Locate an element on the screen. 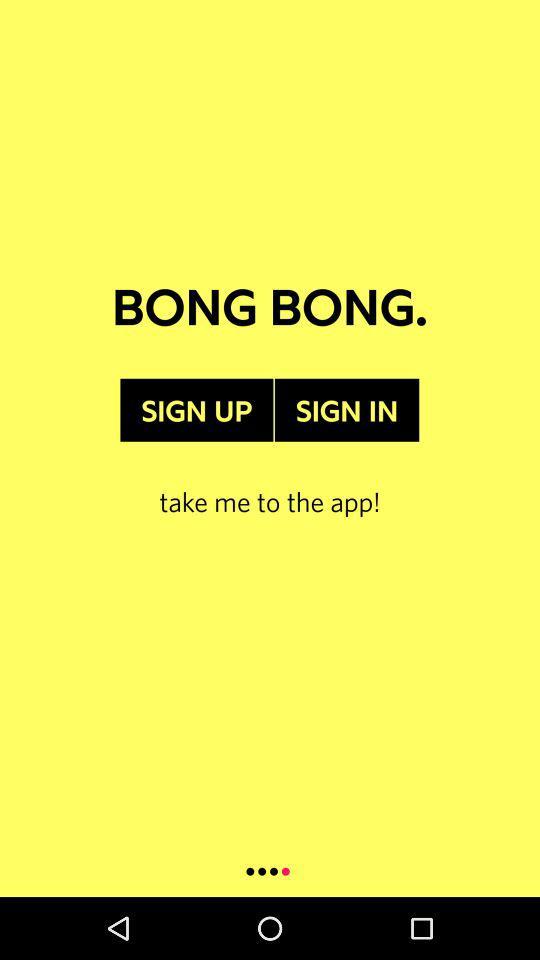 The width and height of the screenshot is (540, 960). sign in icon is located at coordinates (346, 409).